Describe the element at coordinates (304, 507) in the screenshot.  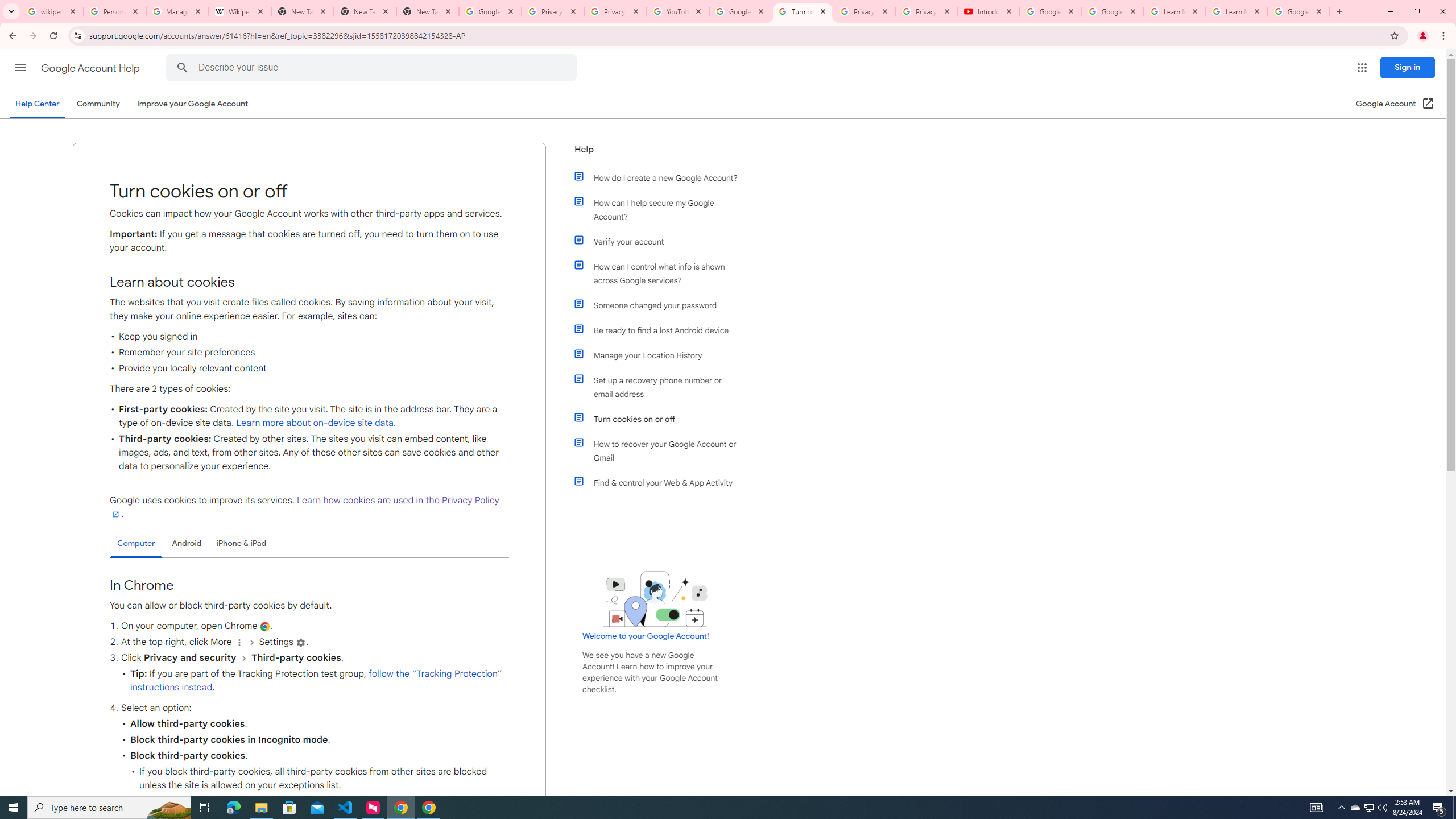
I see `'Learn how cookies are used in the Privacy Policy'` at that location.